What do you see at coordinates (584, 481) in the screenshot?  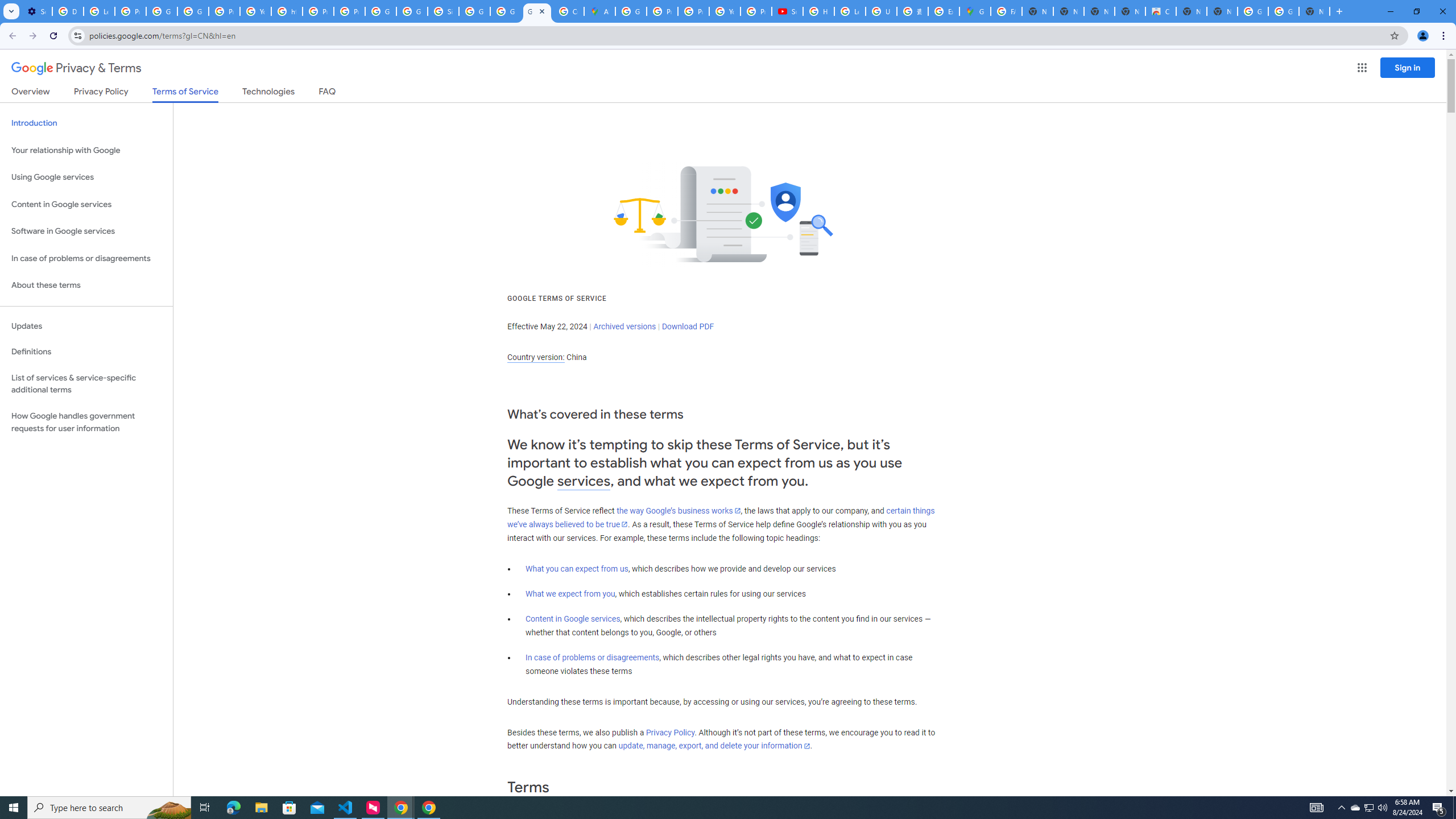 I see `'services'` at bounding box center [584, 481].